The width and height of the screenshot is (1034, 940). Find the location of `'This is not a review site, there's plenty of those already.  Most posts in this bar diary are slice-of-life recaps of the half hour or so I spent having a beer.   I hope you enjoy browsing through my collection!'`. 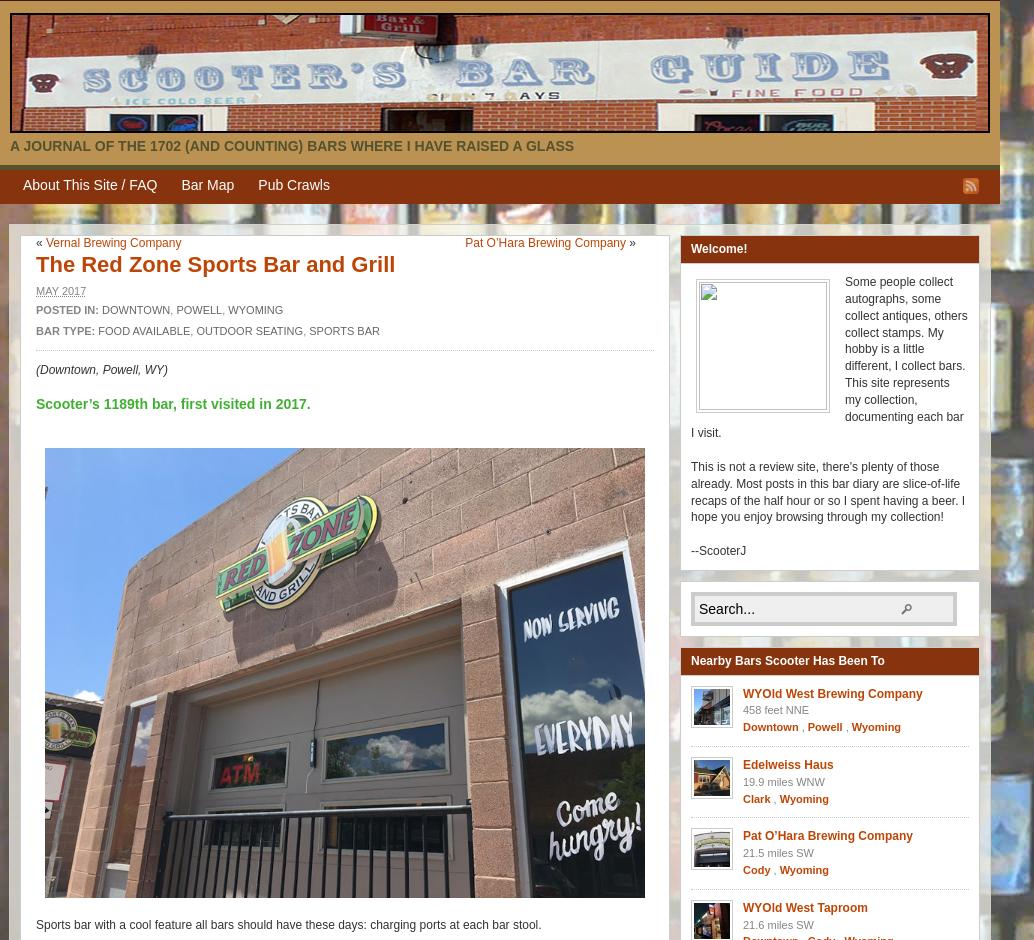

'This is not a review site, there's plenty of those already.  Most posts in this bar diary are slice-of-life recaps of the half hour or so I spent having a beer.   I hope you enjoy browsing through my collection!' is located at coordinates (691, 491).